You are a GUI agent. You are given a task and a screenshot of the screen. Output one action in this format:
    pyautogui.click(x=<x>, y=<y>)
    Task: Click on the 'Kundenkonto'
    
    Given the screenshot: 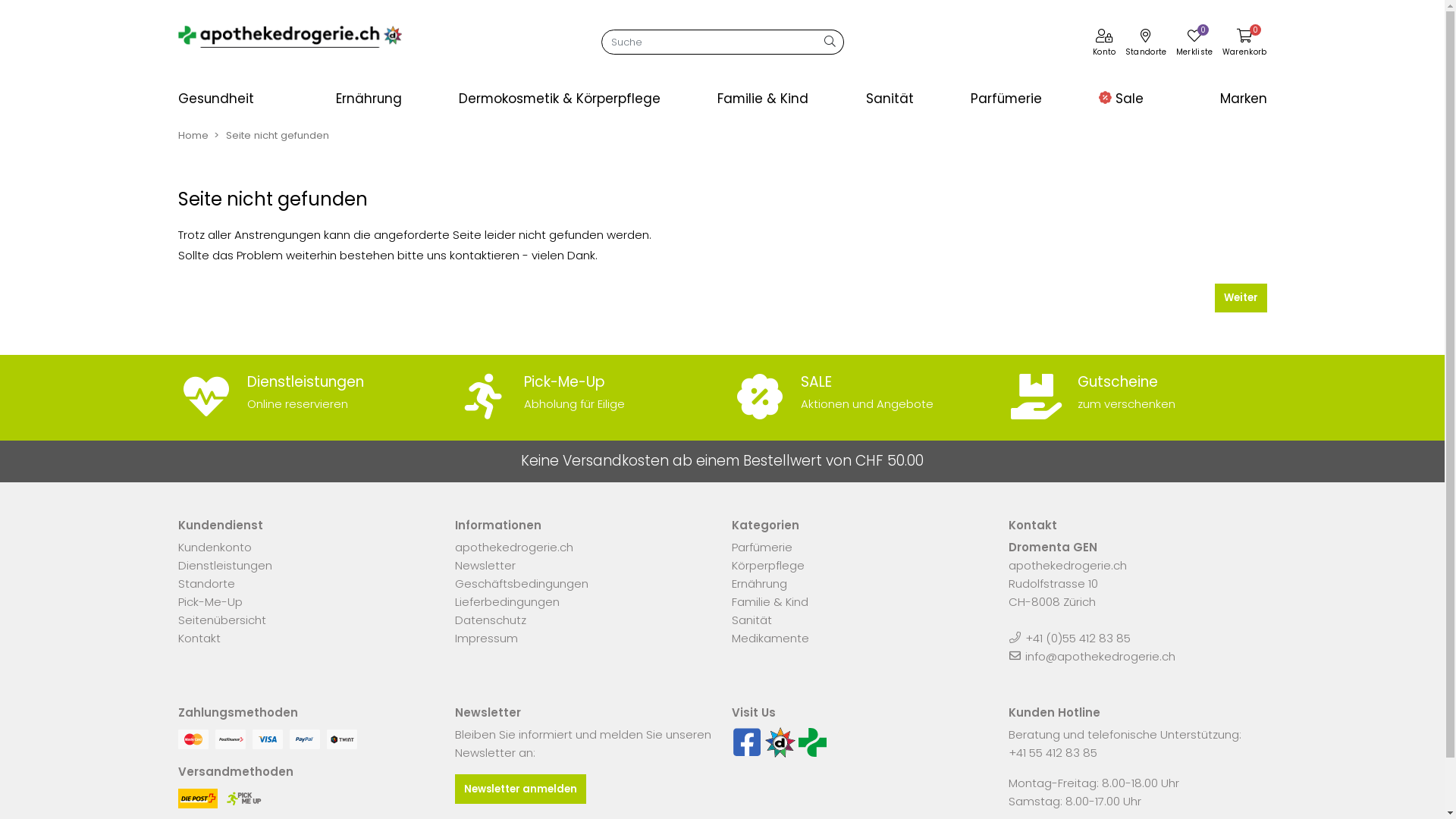 What is the action you would take?
    pyautogui.click(x=213, y=547)
    